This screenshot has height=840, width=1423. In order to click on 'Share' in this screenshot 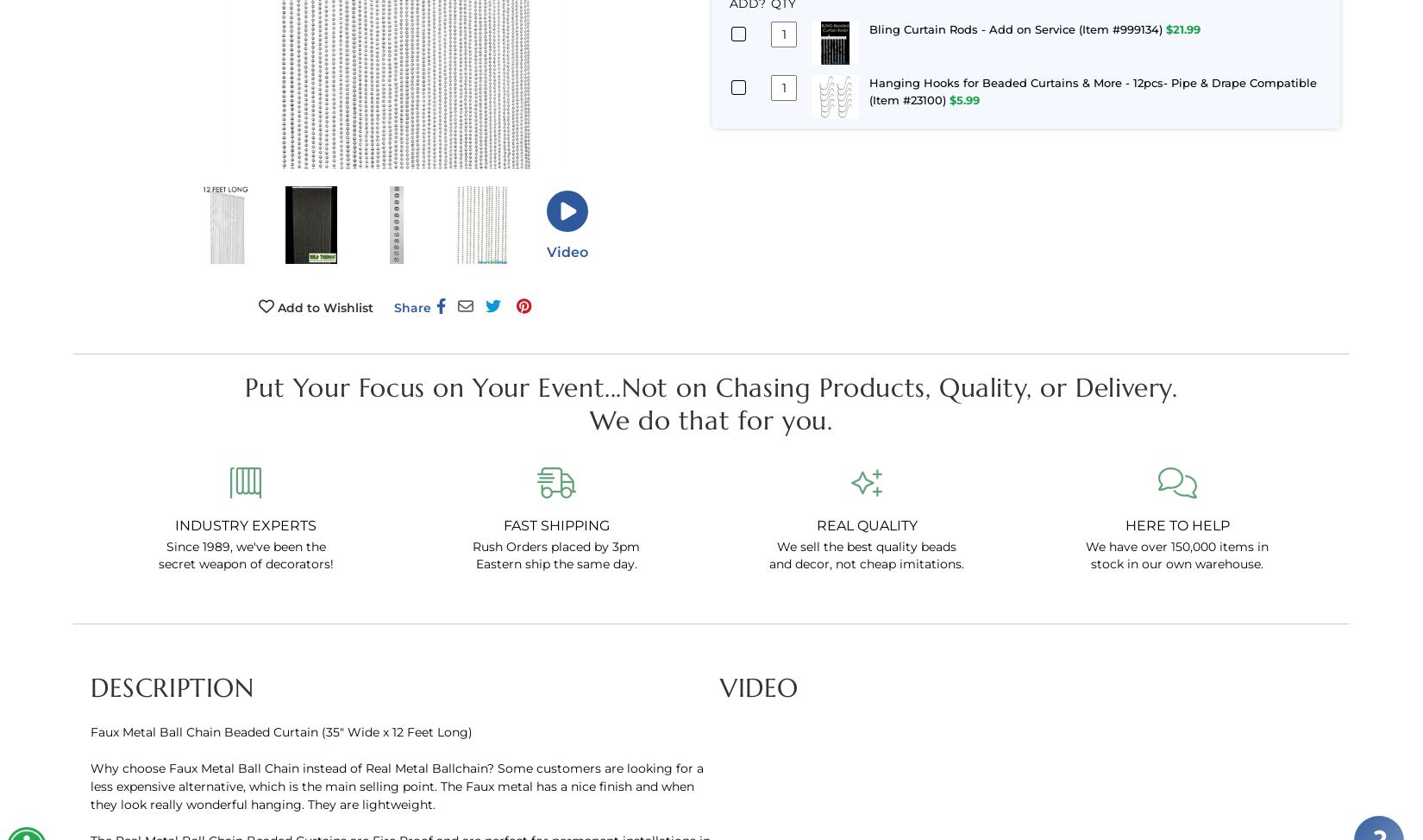, I will do `click(411, 306)`.